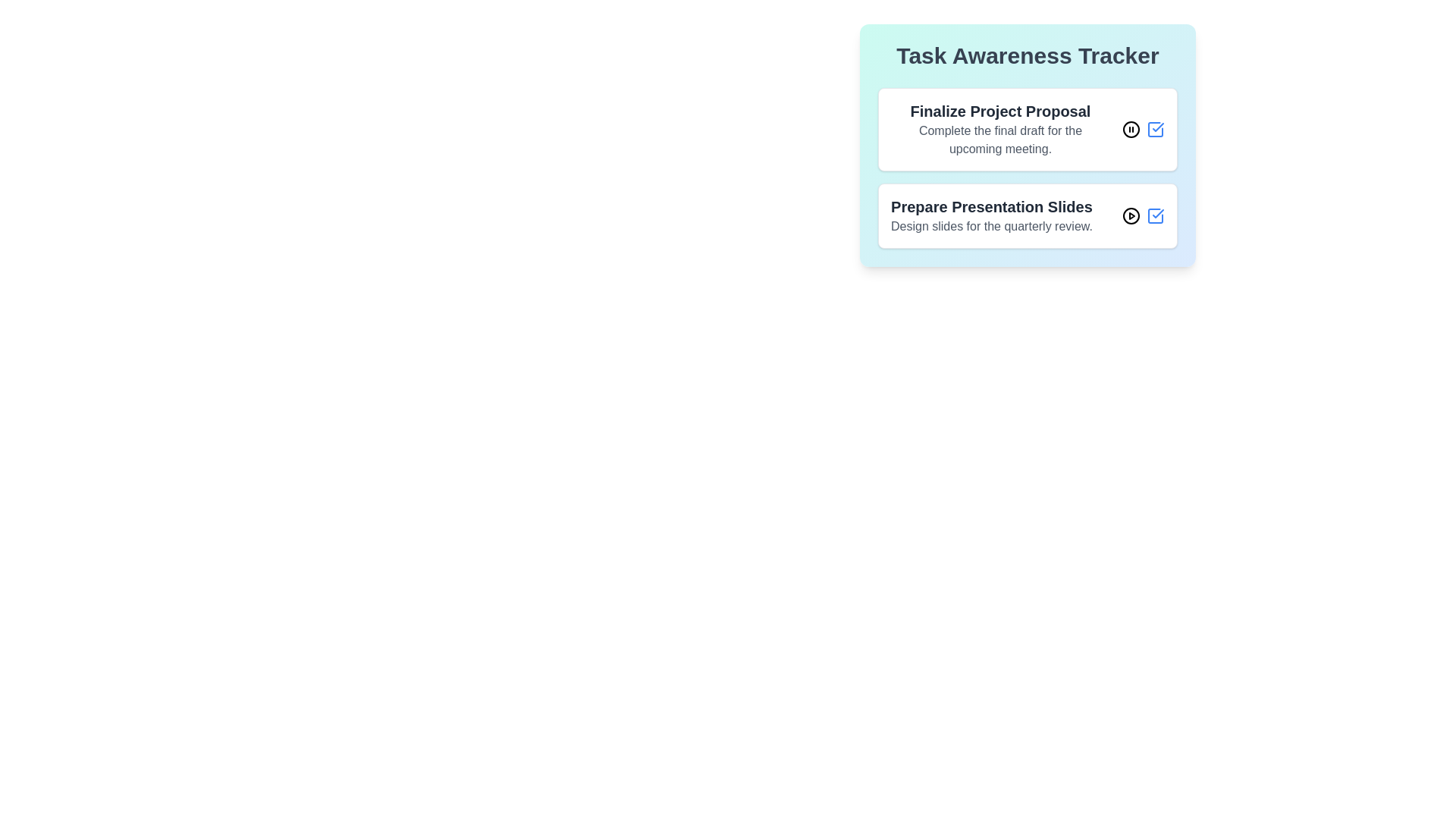 The height and width of the screenshot is (819, 1456). What do you see at coordinates (1154, 216) in the screenshot?
I see `'Check' button for the task titled 'Prepare Presentation Slides'` at bounding box center [1154, 216].